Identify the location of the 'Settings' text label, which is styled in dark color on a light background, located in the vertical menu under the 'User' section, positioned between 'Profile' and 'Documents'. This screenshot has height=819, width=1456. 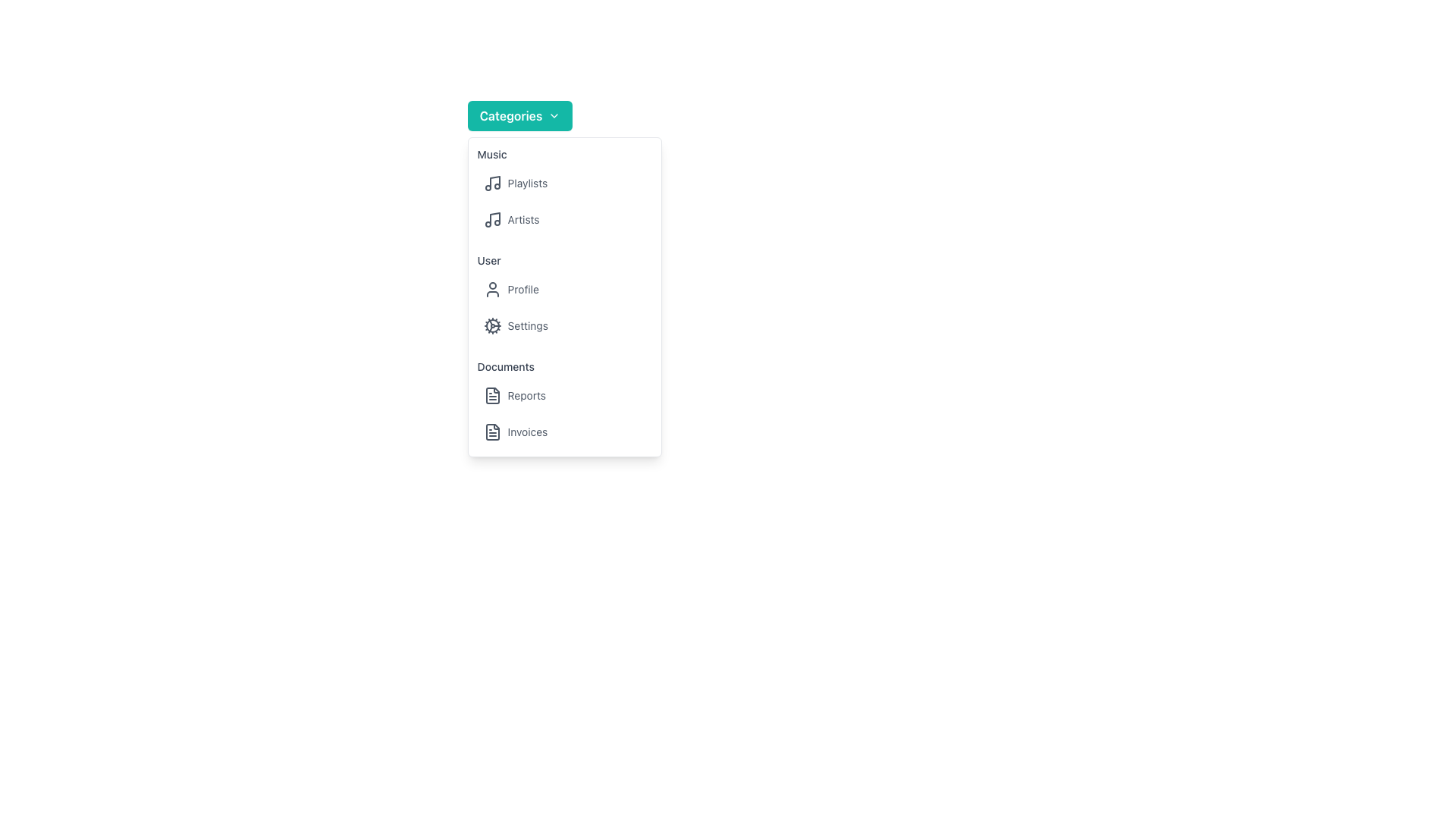
(528, 325).